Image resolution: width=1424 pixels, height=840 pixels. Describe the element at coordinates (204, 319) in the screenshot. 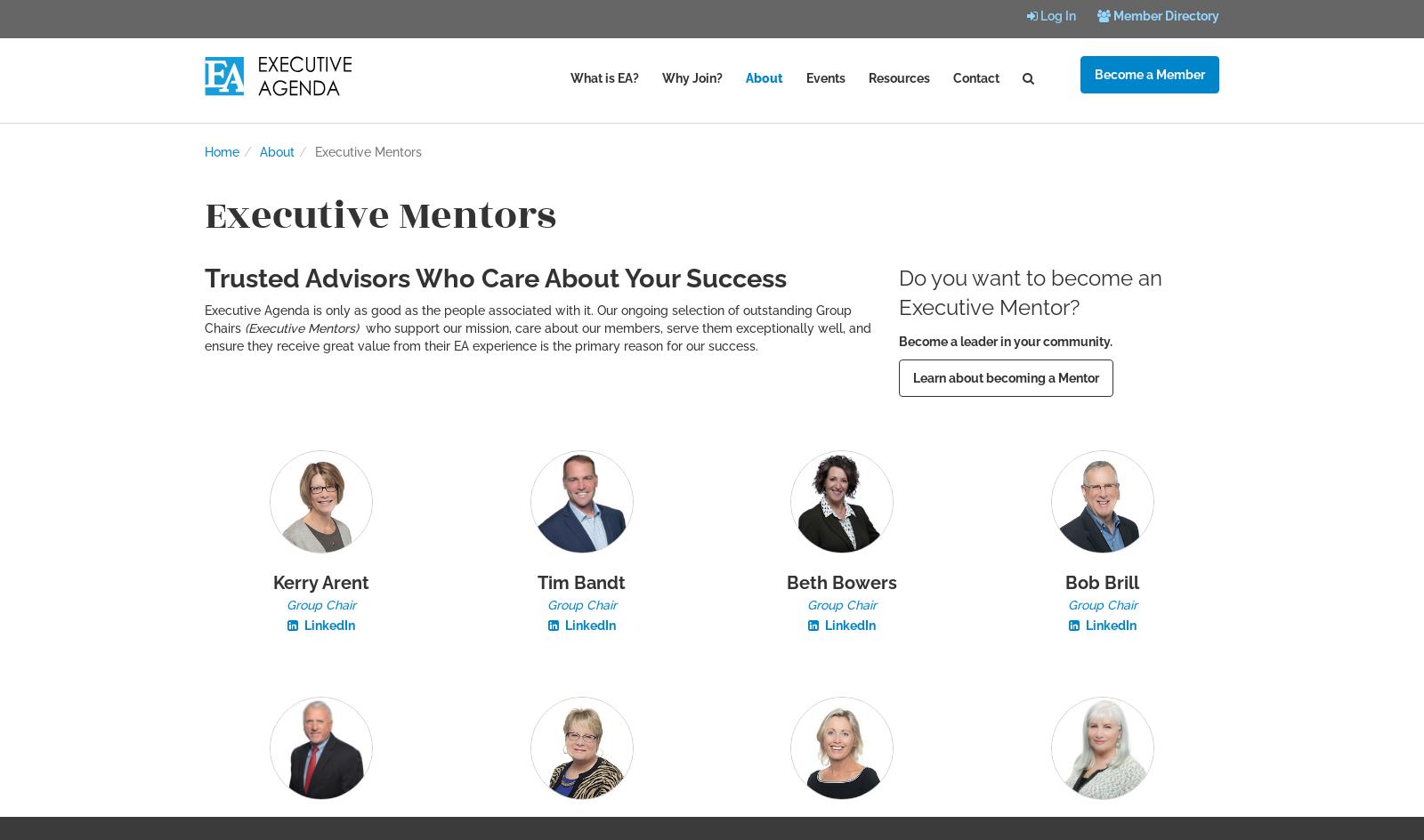

I see `'Executive Agenda is only as good as the people associated with it. Our ongoing selection of outstanding Group Chairs'` at that location.